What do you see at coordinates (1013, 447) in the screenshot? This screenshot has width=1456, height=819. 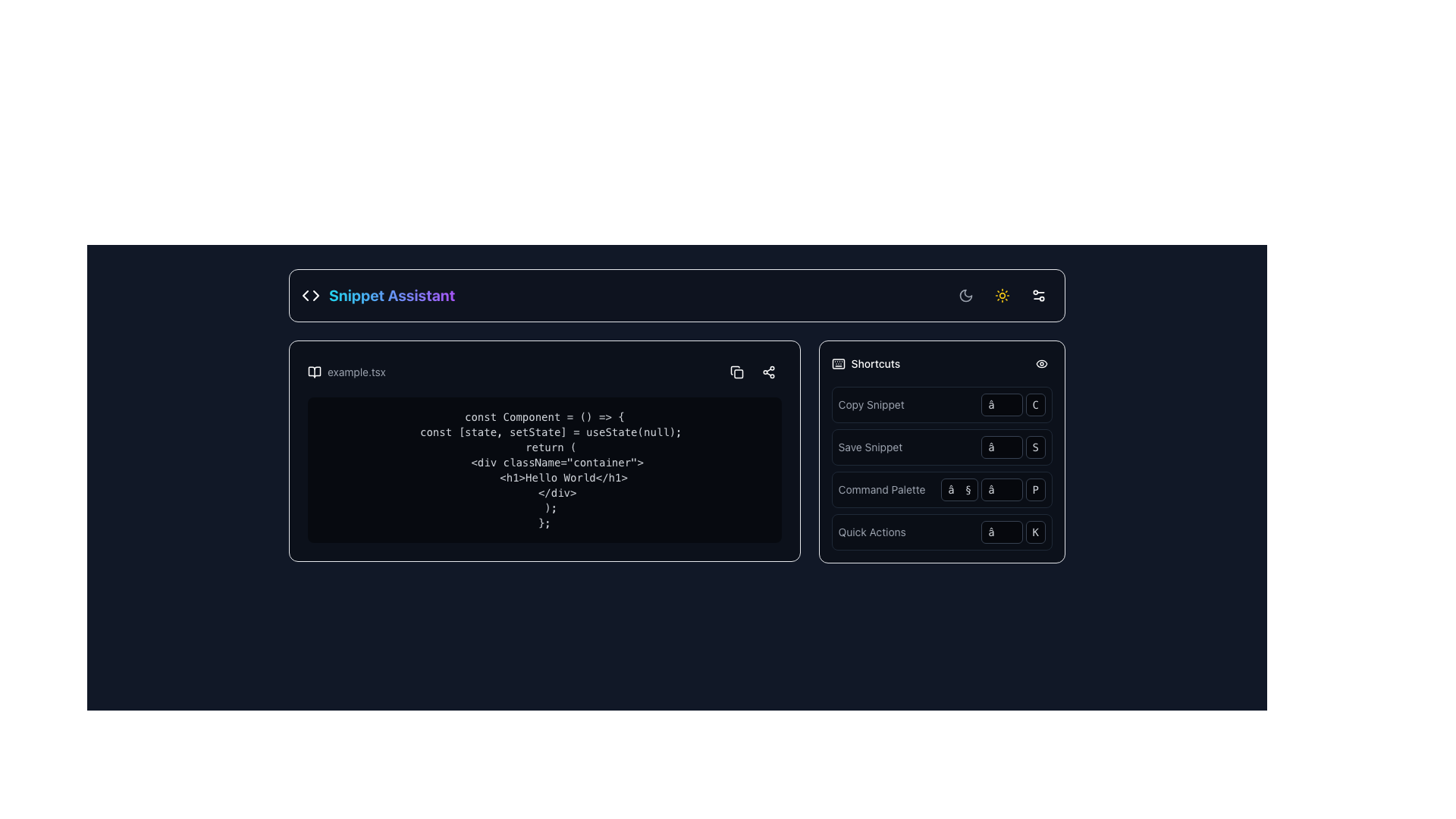 I see `the content of the Shortcut indicator that visually indicates the keyboard shortcut for the 'Save Snippet' action, which is '⌘S', located in the 'Shortcuts' section` at bounding box center [1013, 447].